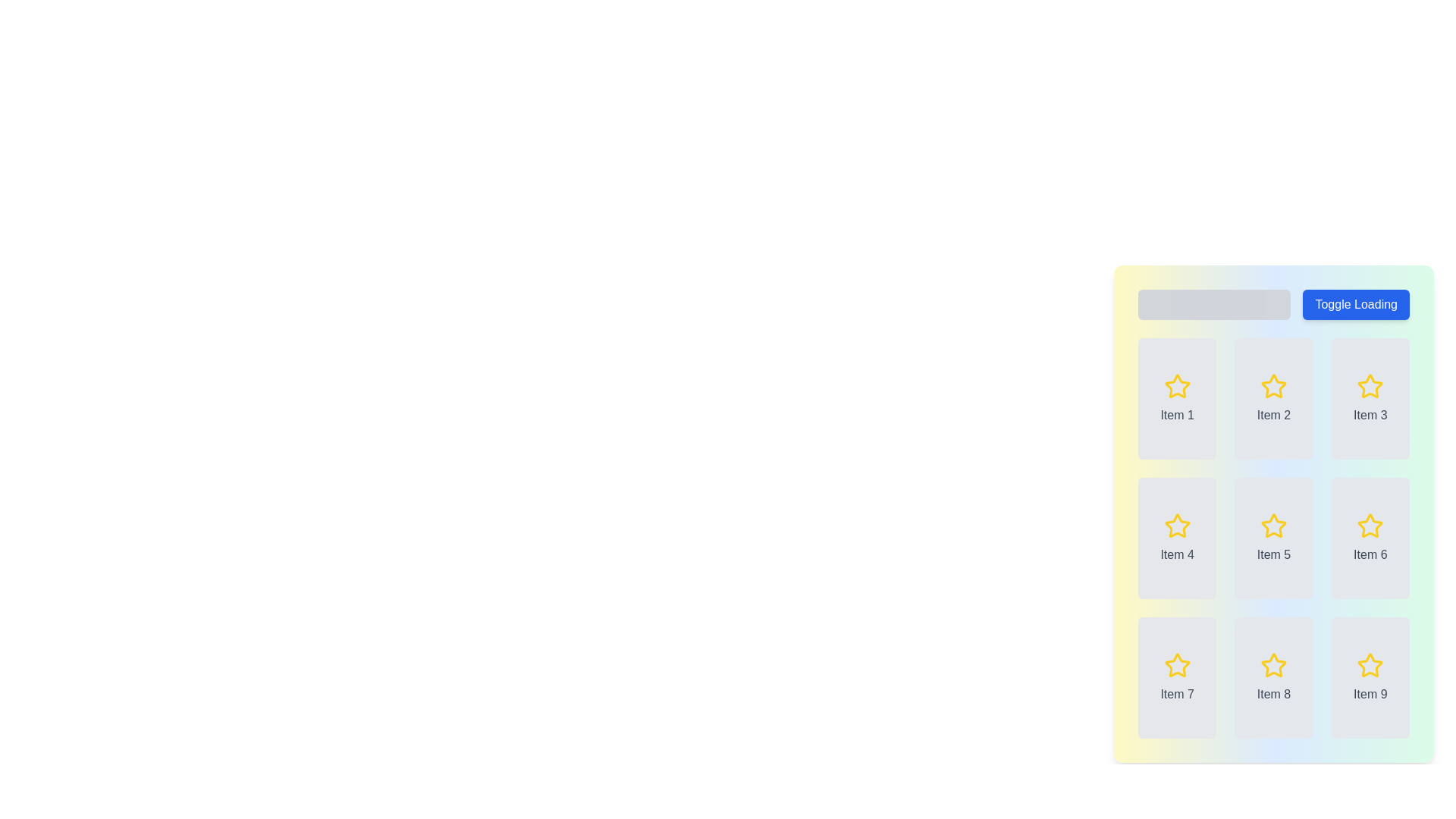 The image size is (1456, 819). What do you see at coordinates (1176, 664) in the screenshot?
I see `the star-shaped vector graphic icon located in the third row, first column of the grid layout` at bounding box center [1176, 664].